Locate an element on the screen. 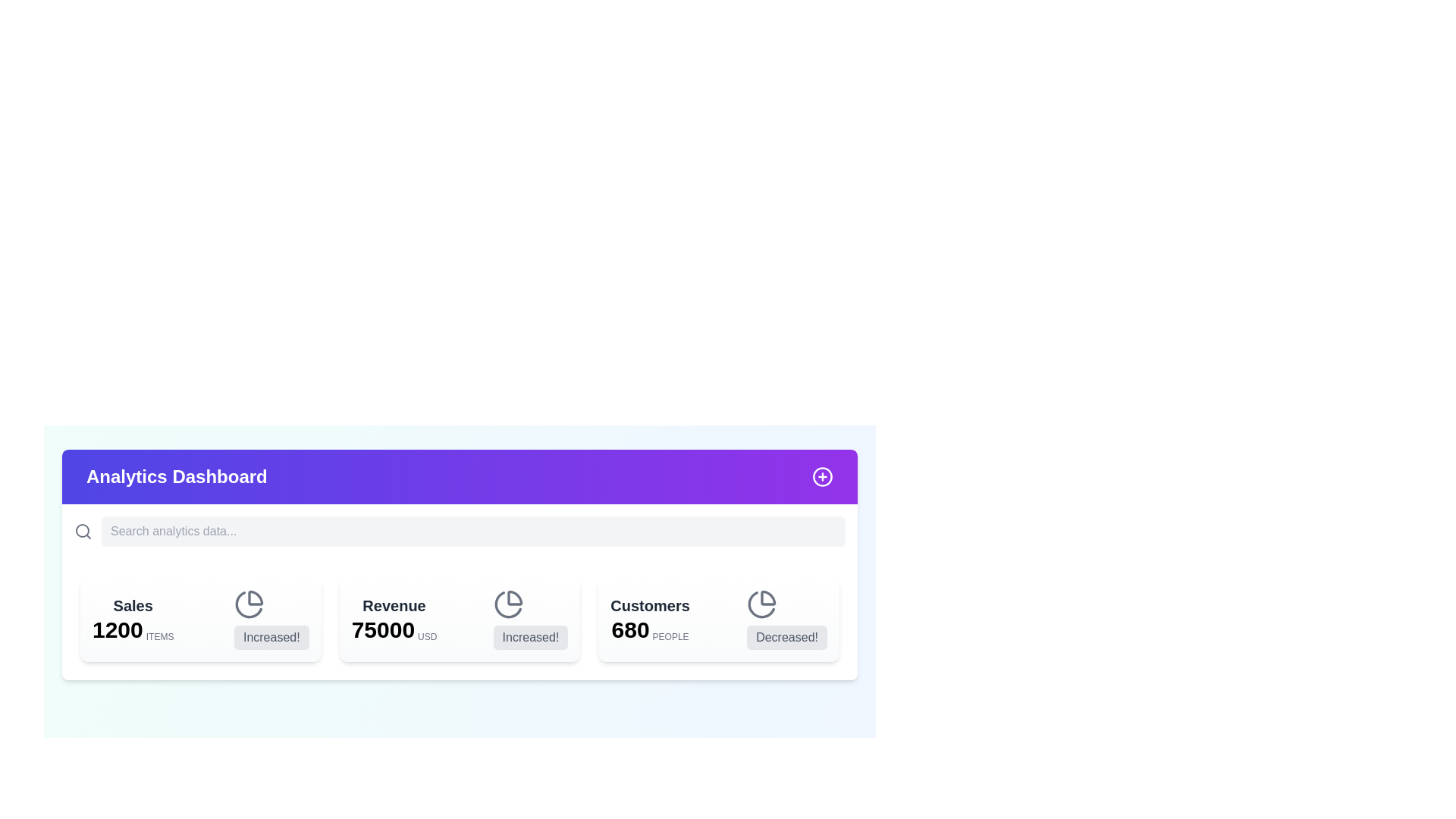 The width and height of the screenshot is (1456, 819). the text label element displaying 'Analytics Dashboard' in bold, large styling with a white font on a gradient background from indigo to purple is located at coordinates (177, 475).